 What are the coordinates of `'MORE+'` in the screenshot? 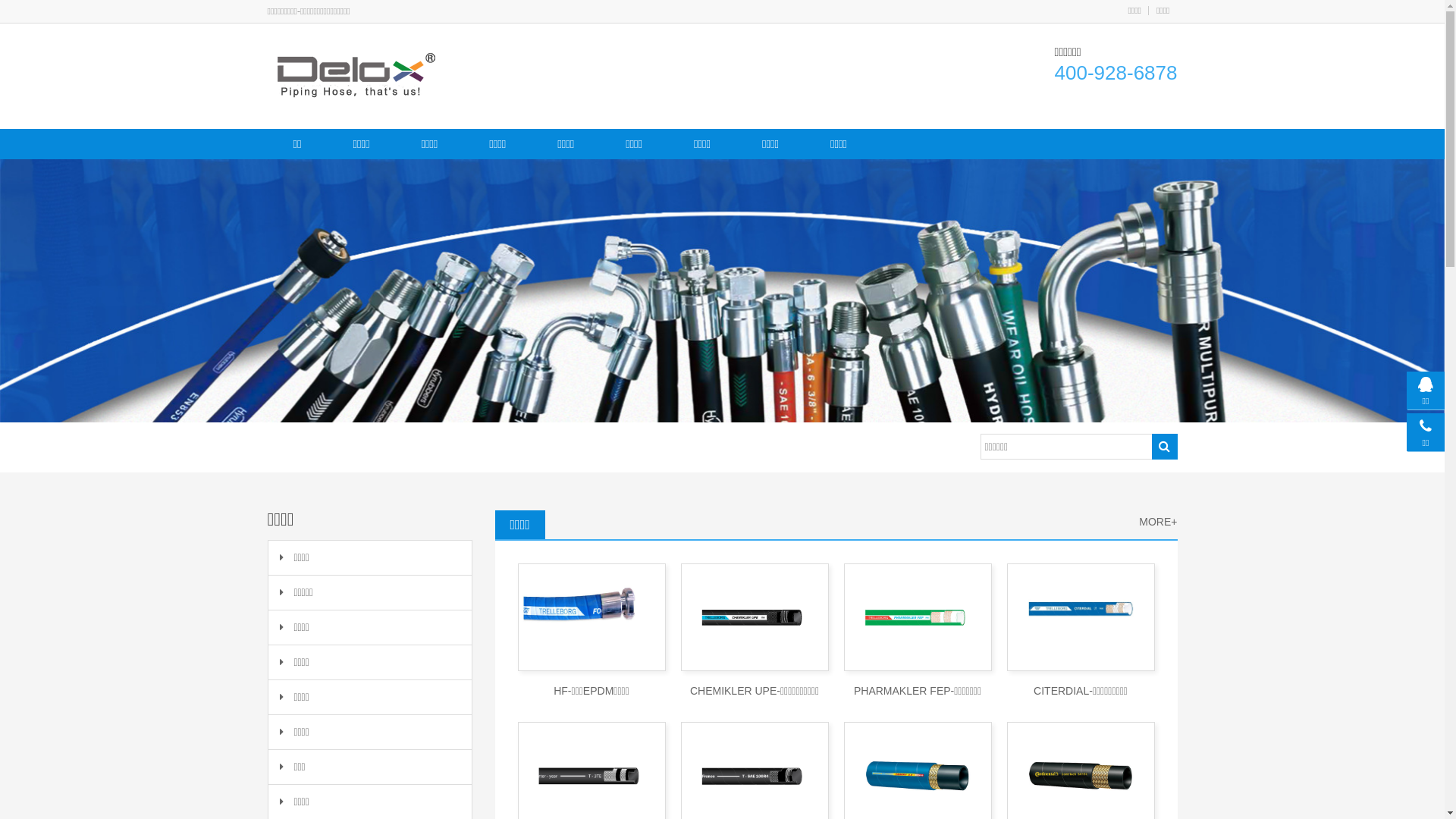 It's located at (1156, 521).